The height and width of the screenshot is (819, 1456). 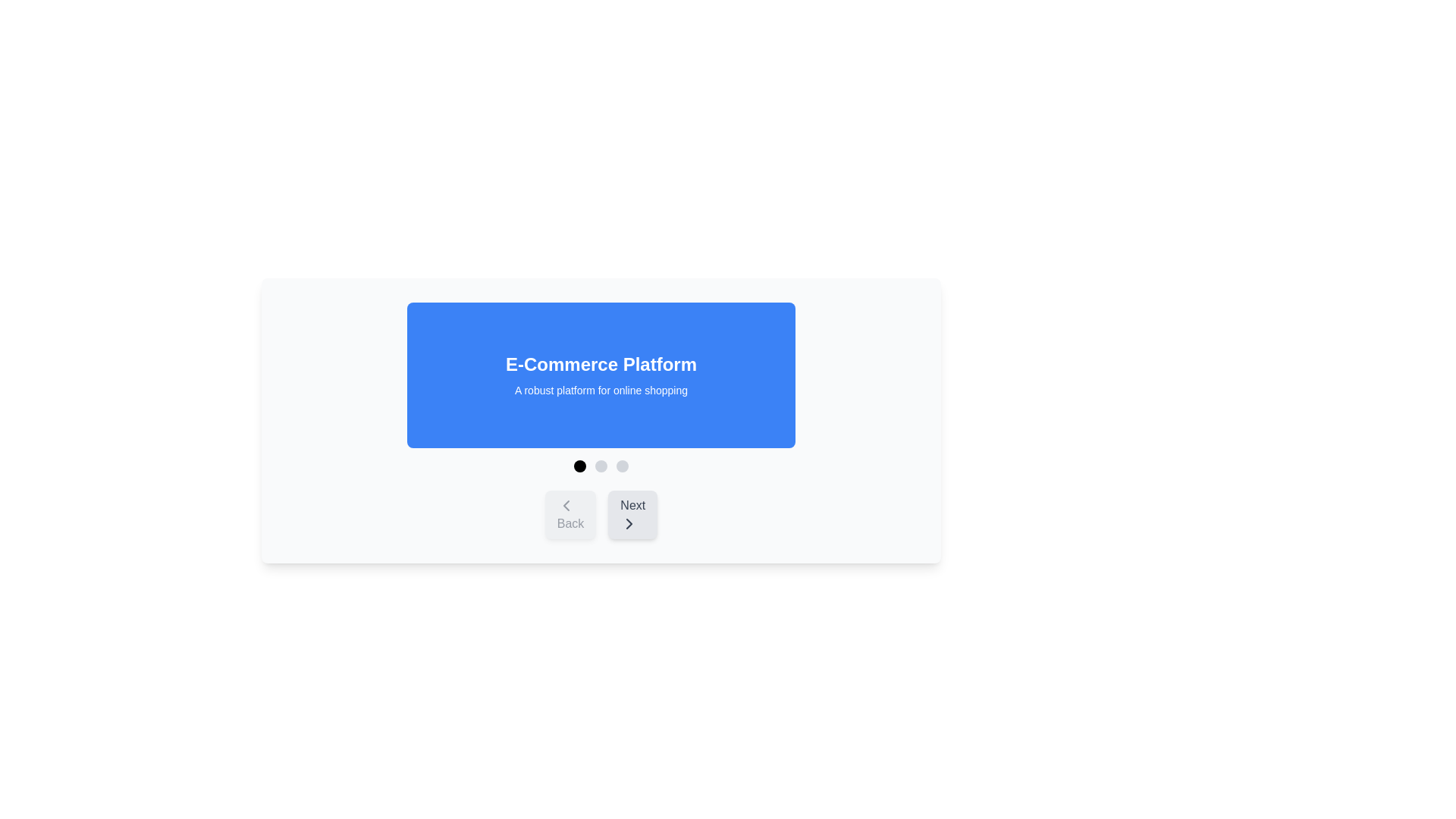 I want to click on the SVG icon located at the right end of the 'Next' button, which is part of the navigation interface below the 'E-Commerce Platform' header, so click(x=629, y=522).